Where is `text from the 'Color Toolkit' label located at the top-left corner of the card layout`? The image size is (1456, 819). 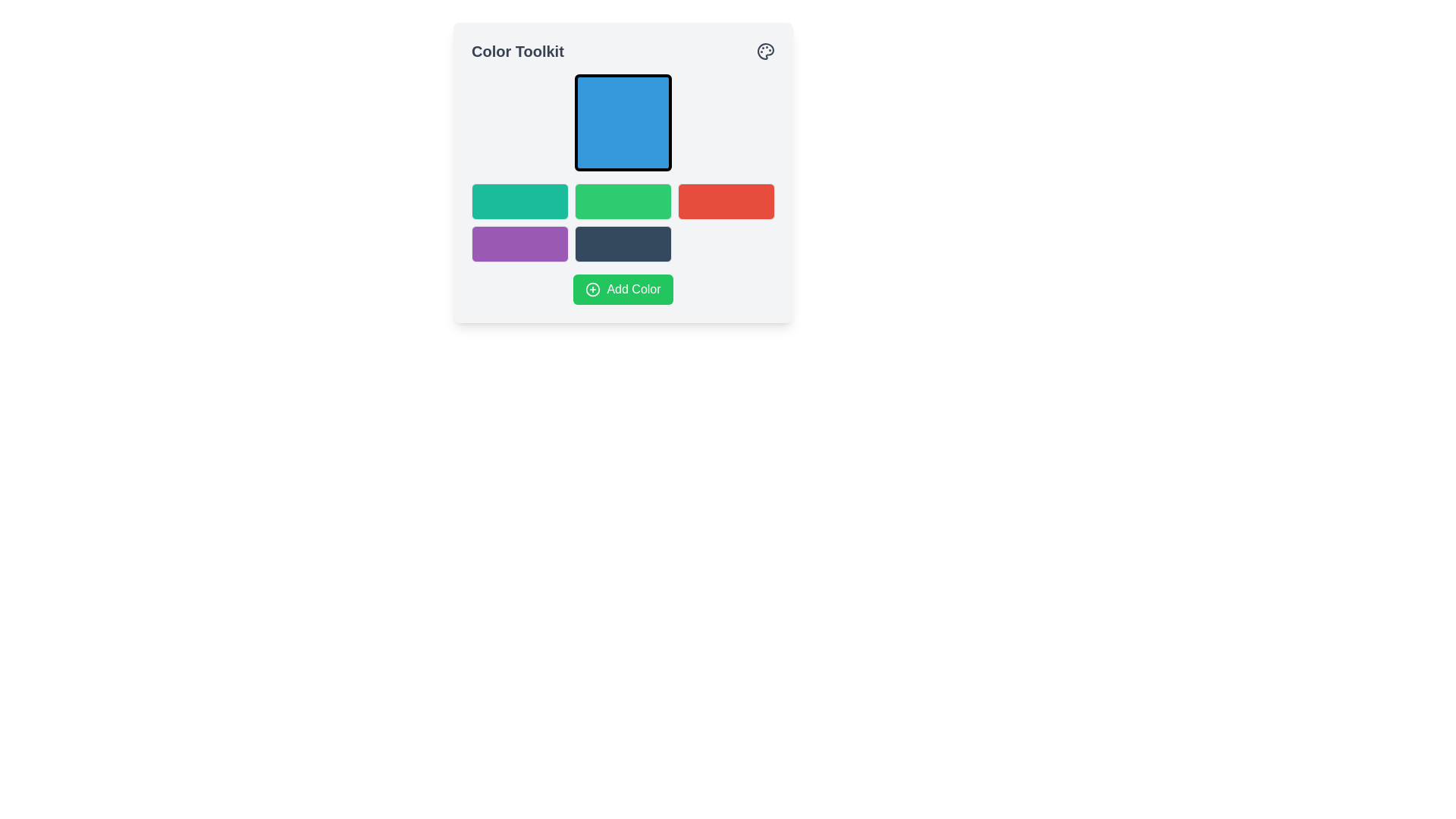 text from the 'Color Toolkit' label located at the top-left corner of the card layout is located at coordinates (517, 51).